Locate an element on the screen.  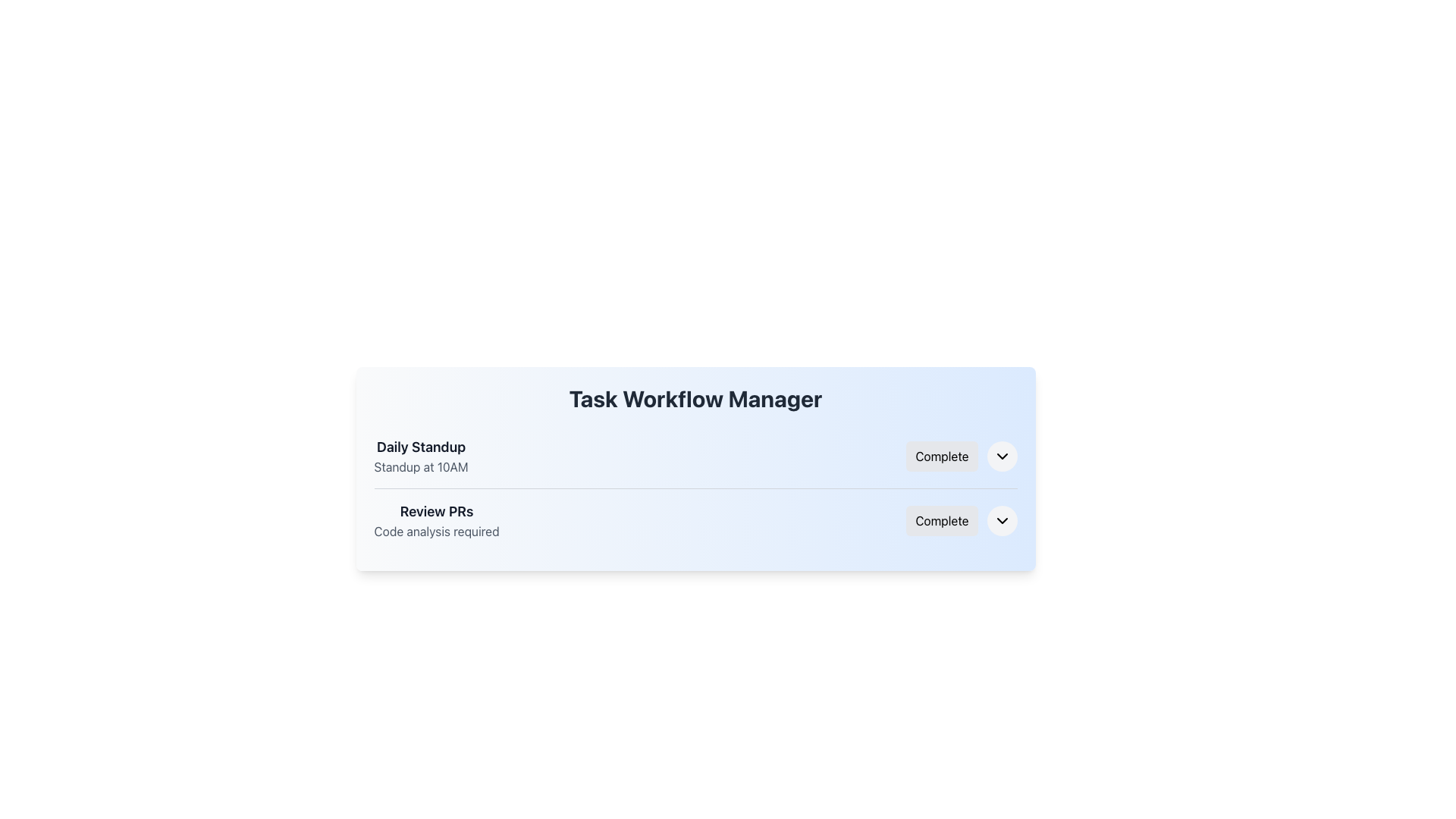
the button located to the right of the 'Complete' button in the task manager interface is located at coordinates (1002, 455).